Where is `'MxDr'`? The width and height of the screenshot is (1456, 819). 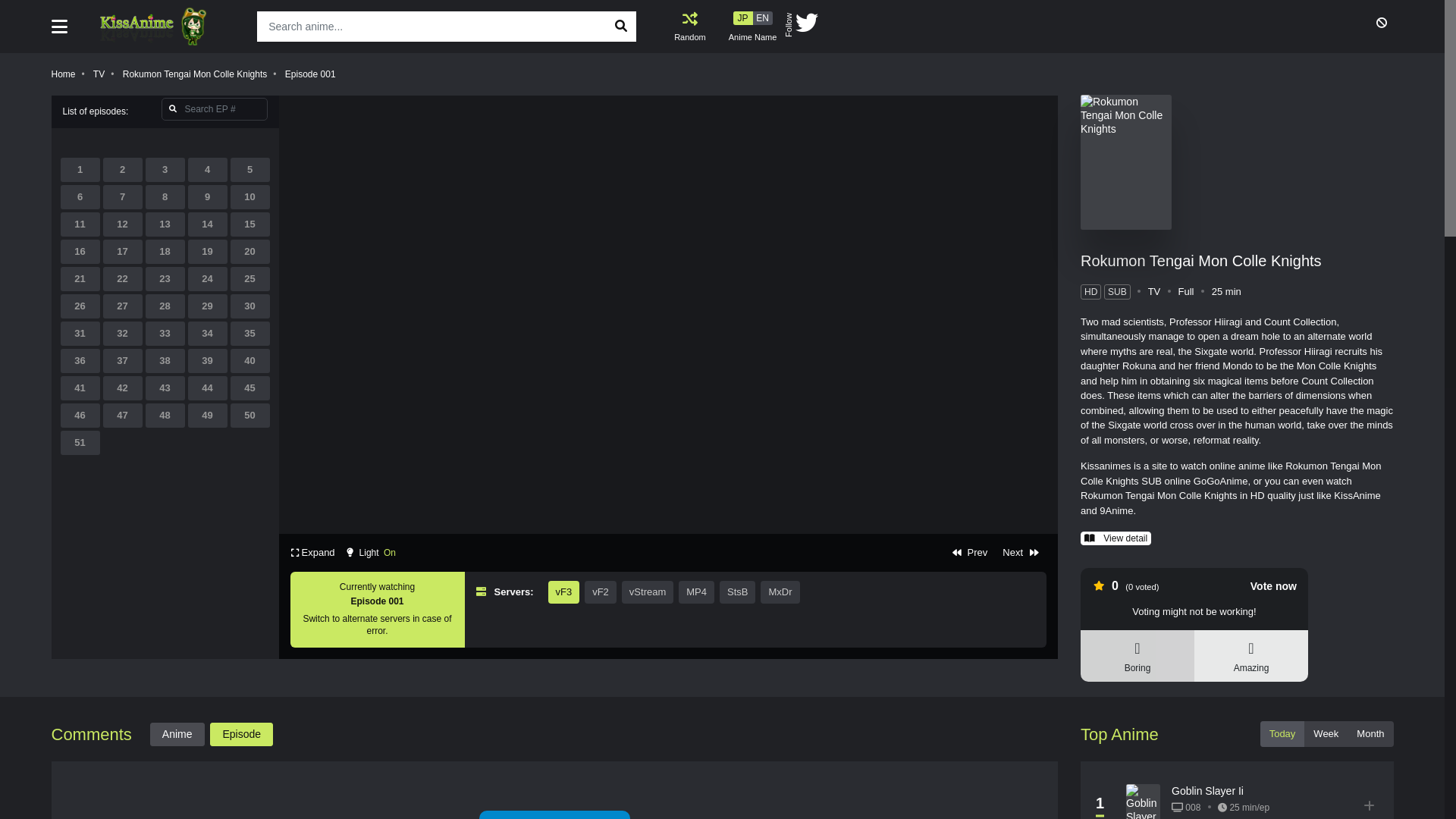
'MxDr' is located at coordinates (761, 591).